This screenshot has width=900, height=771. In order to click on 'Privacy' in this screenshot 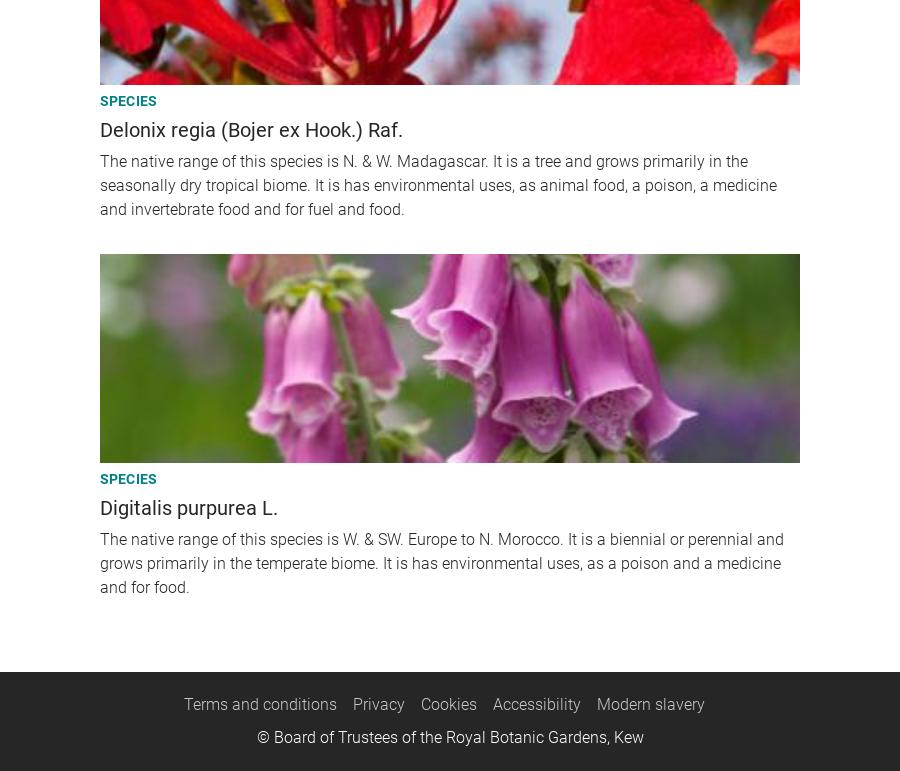, I will do `click(378, 702)`.